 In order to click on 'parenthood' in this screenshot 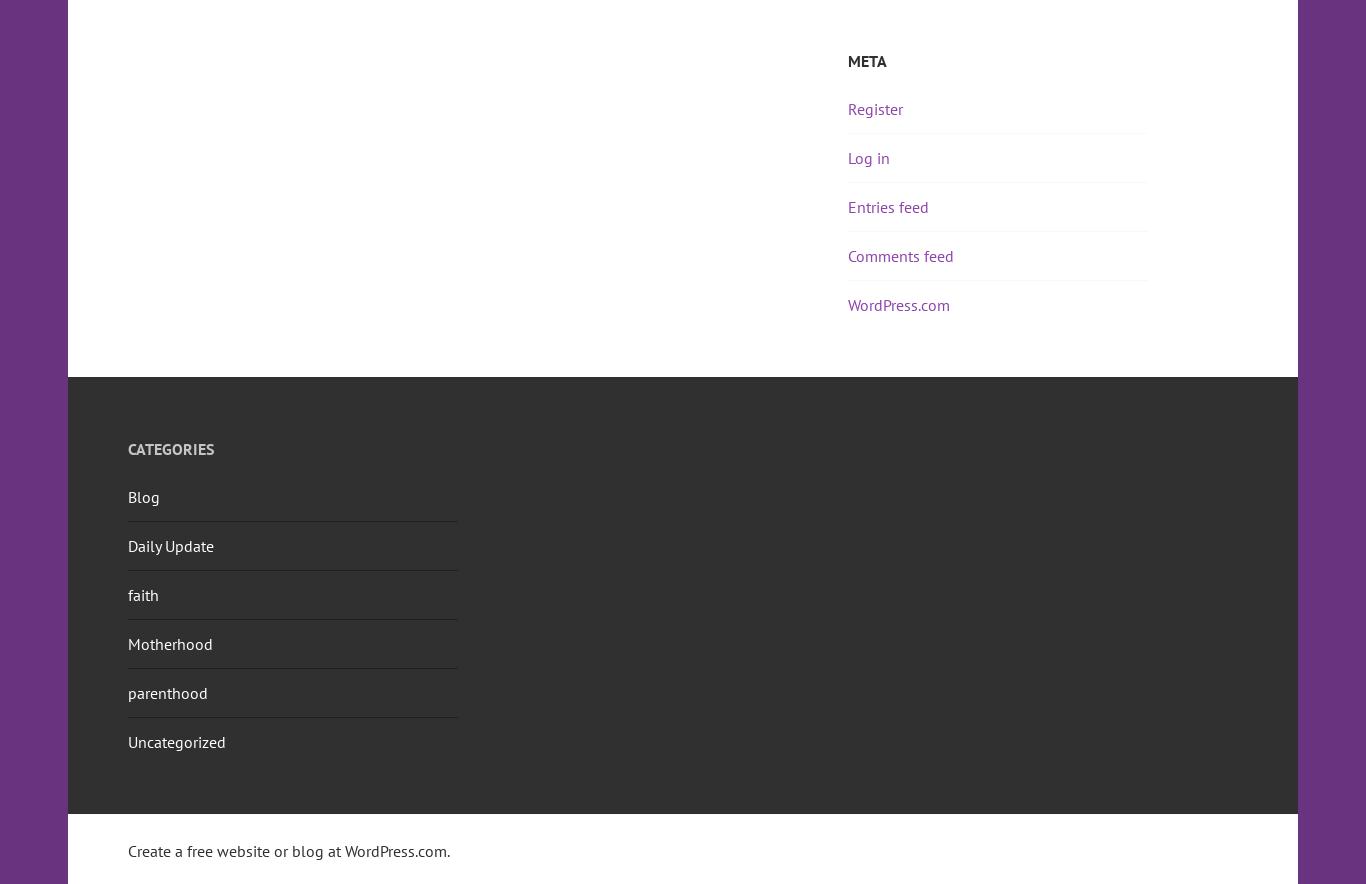, I will do `click(167, 692)`.